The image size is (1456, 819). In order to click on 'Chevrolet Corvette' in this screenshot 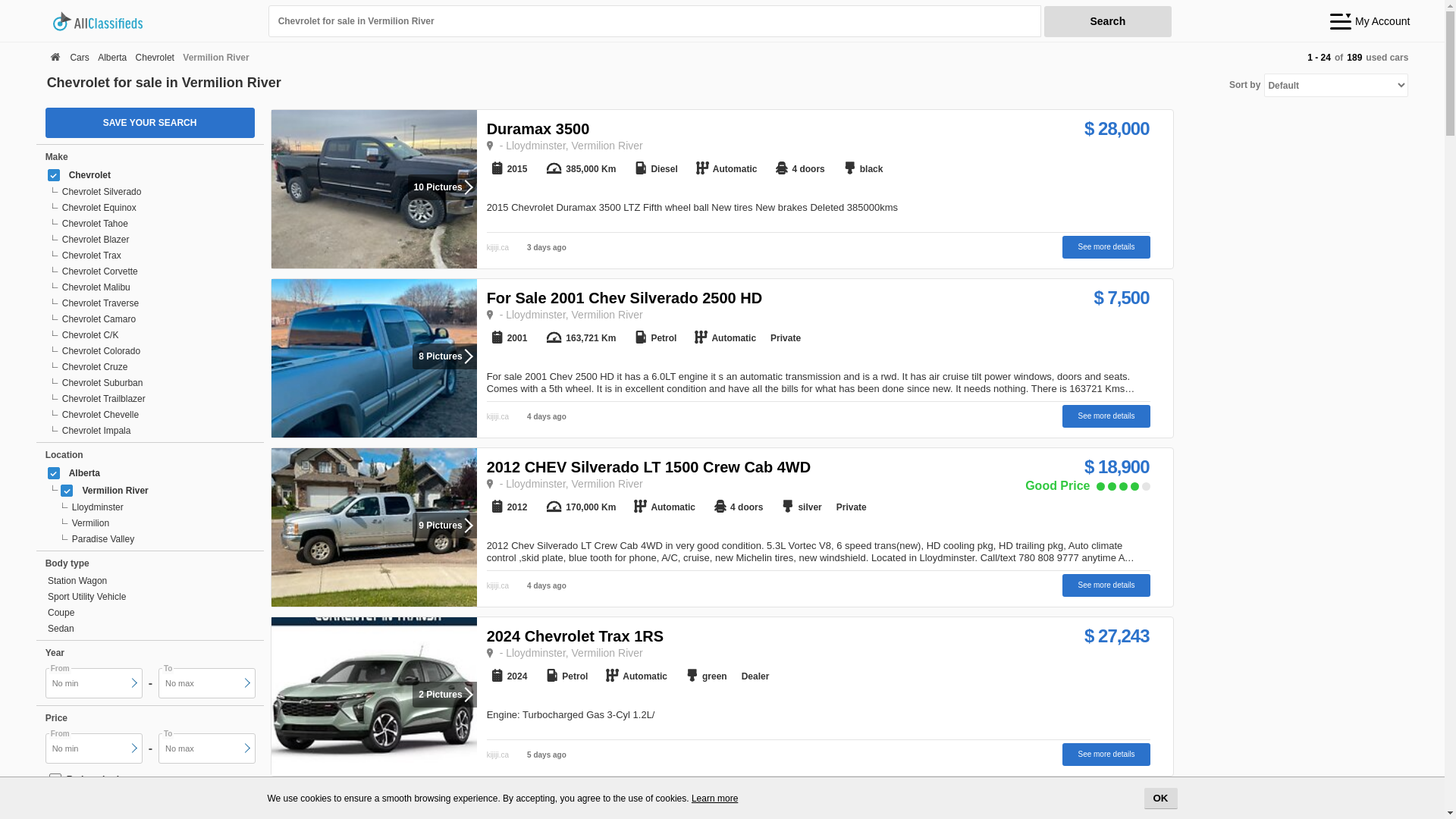, I will do `click(58, 271)`.